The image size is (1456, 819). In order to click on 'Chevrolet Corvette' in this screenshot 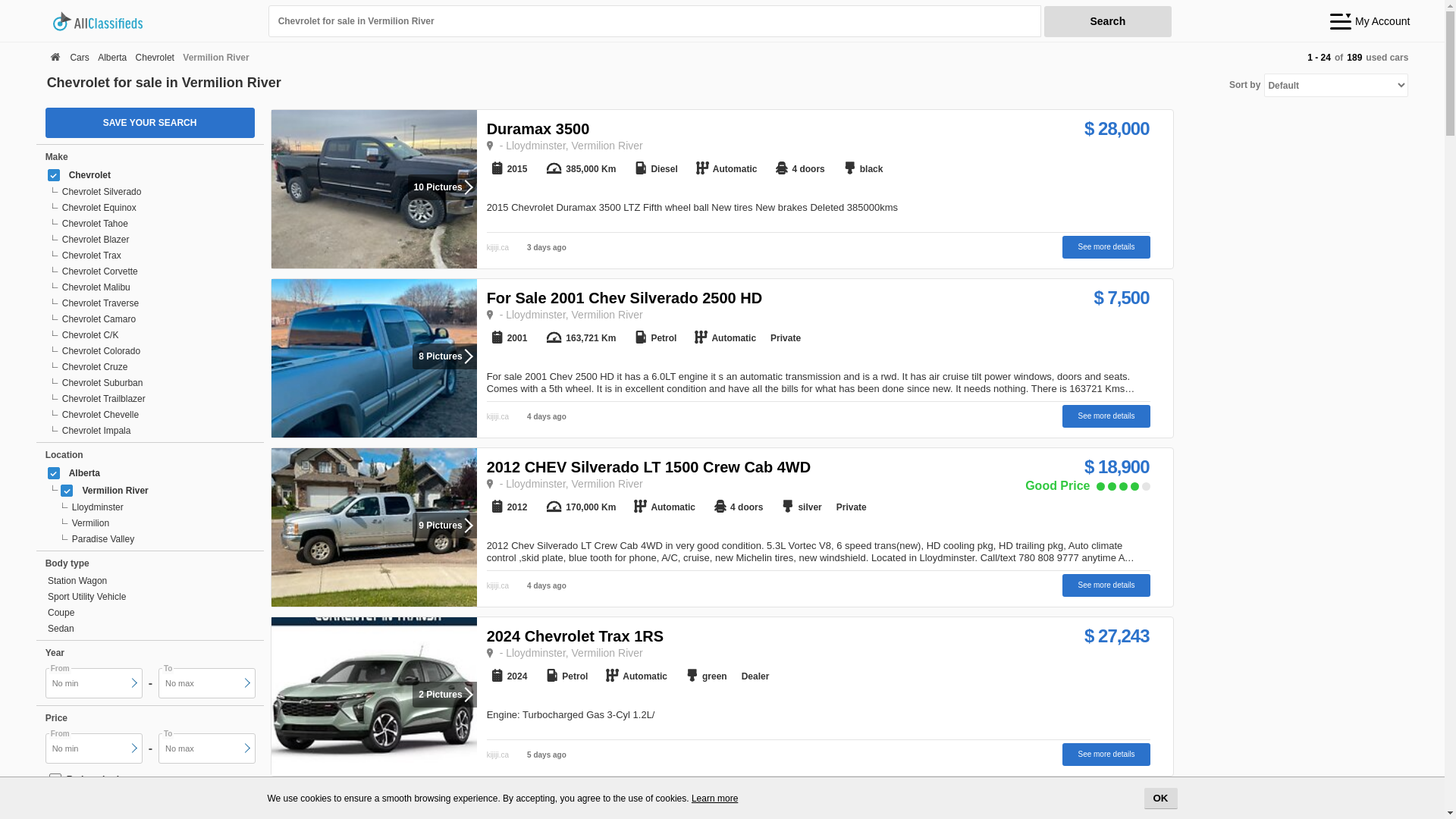, I will do `click(58, 271)`.